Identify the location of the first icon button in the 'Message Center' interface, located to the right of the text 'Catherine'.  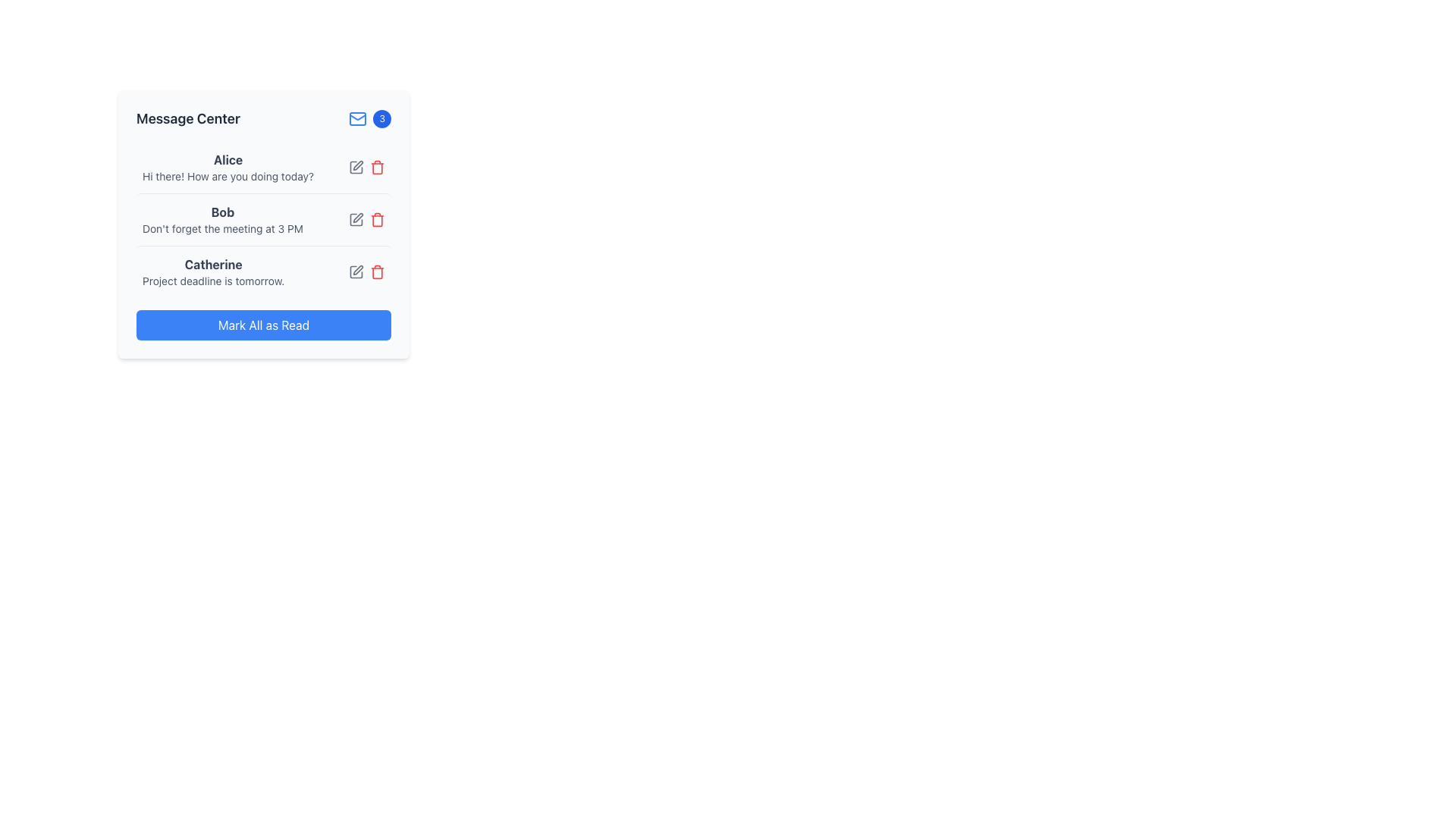
(356, 271).